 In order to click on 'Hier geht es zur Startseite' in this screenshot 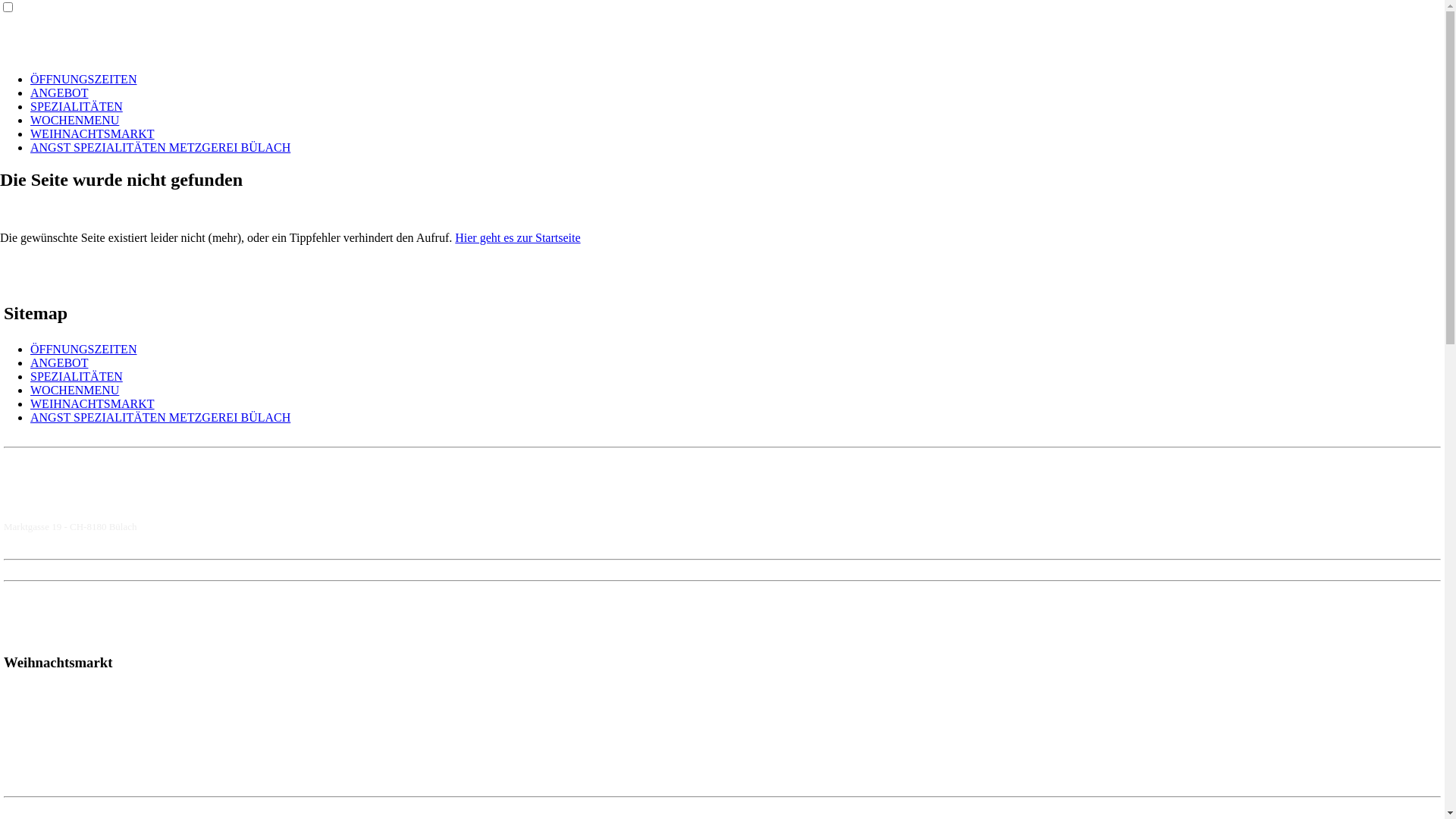, I will do `click(454, 237)`.